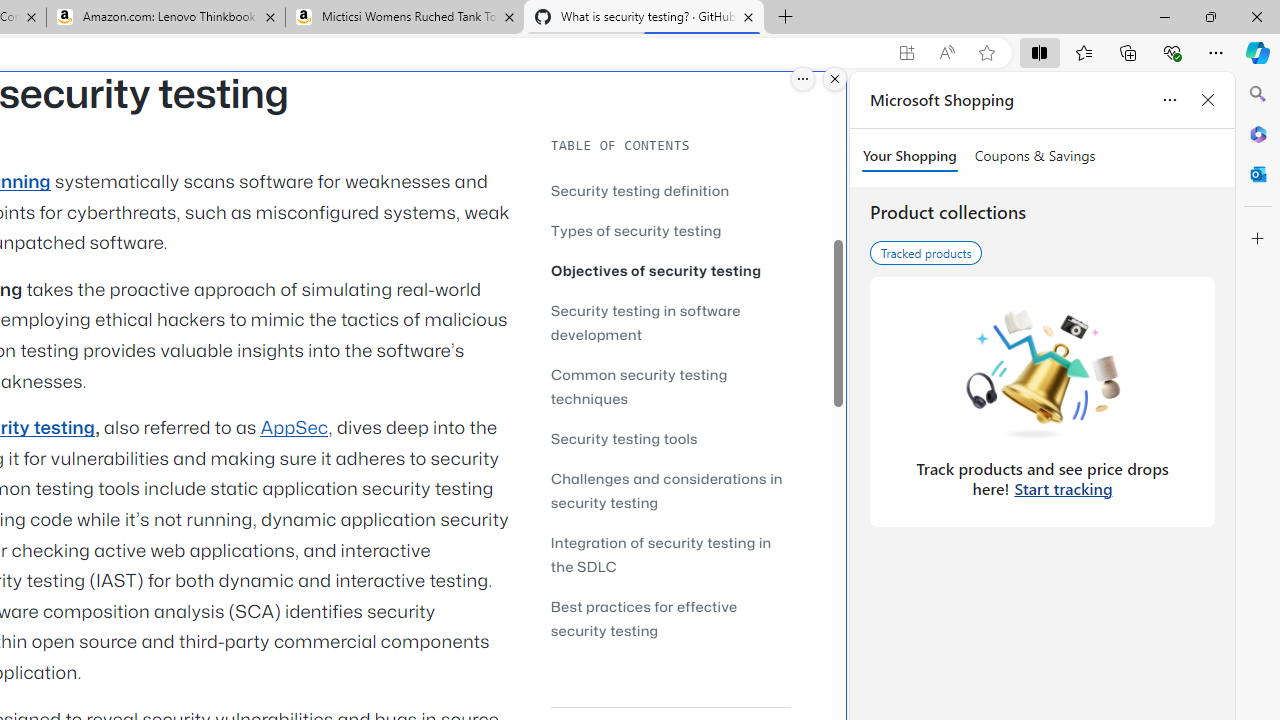  I want to click on 'Customize', so click(1257, 238).